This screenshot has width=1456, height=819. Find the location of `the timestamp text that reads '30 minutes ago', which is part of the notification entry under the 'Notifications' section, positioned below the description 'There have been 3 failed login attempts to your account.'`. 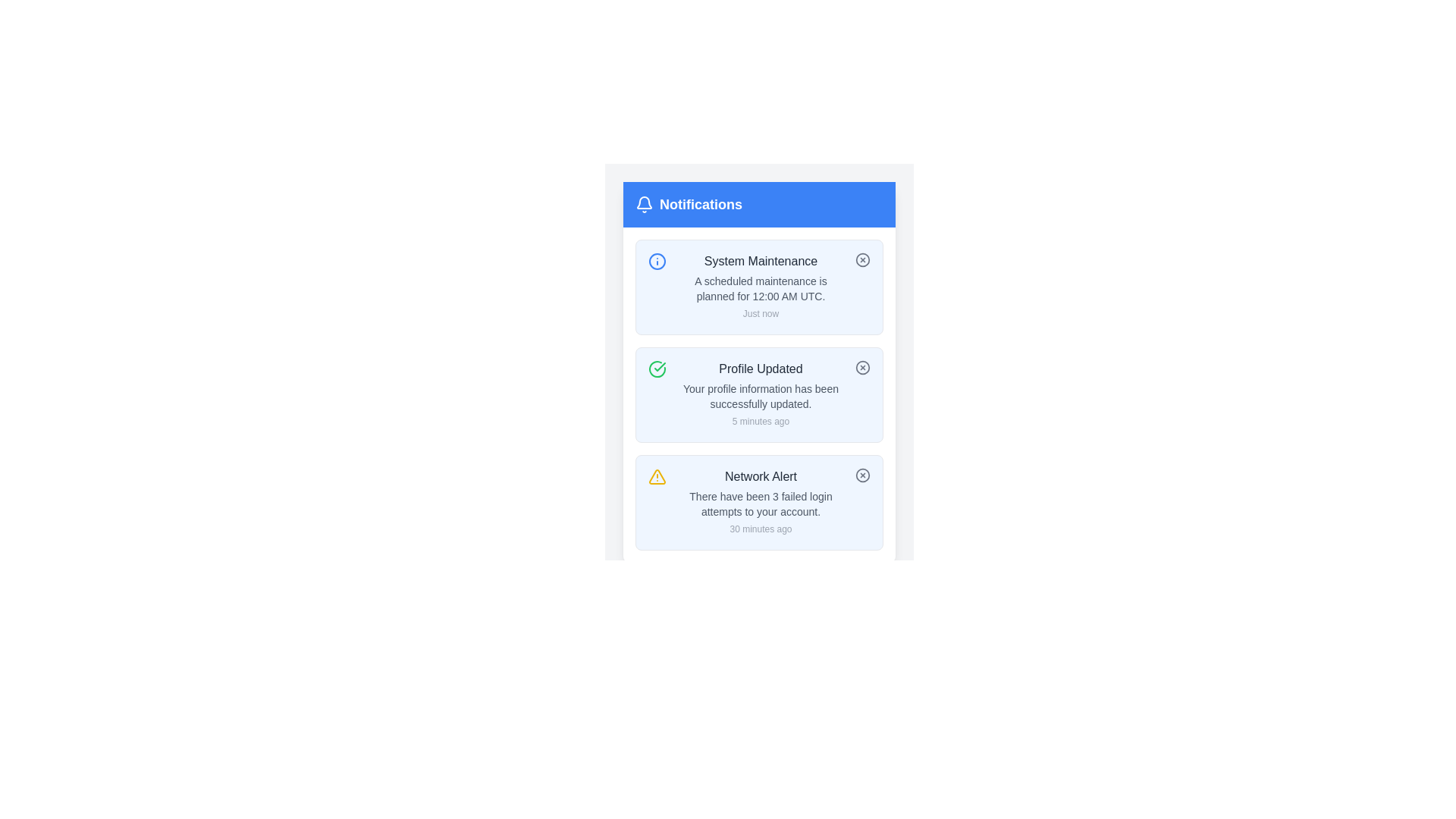

the timestamp text that reads '30 minutes ago', which is part of the notification entry under the 'Notifications' section, positioned below the description 'There have been 3 failed login attempts to your account.' is located at coordinates (761, 529).